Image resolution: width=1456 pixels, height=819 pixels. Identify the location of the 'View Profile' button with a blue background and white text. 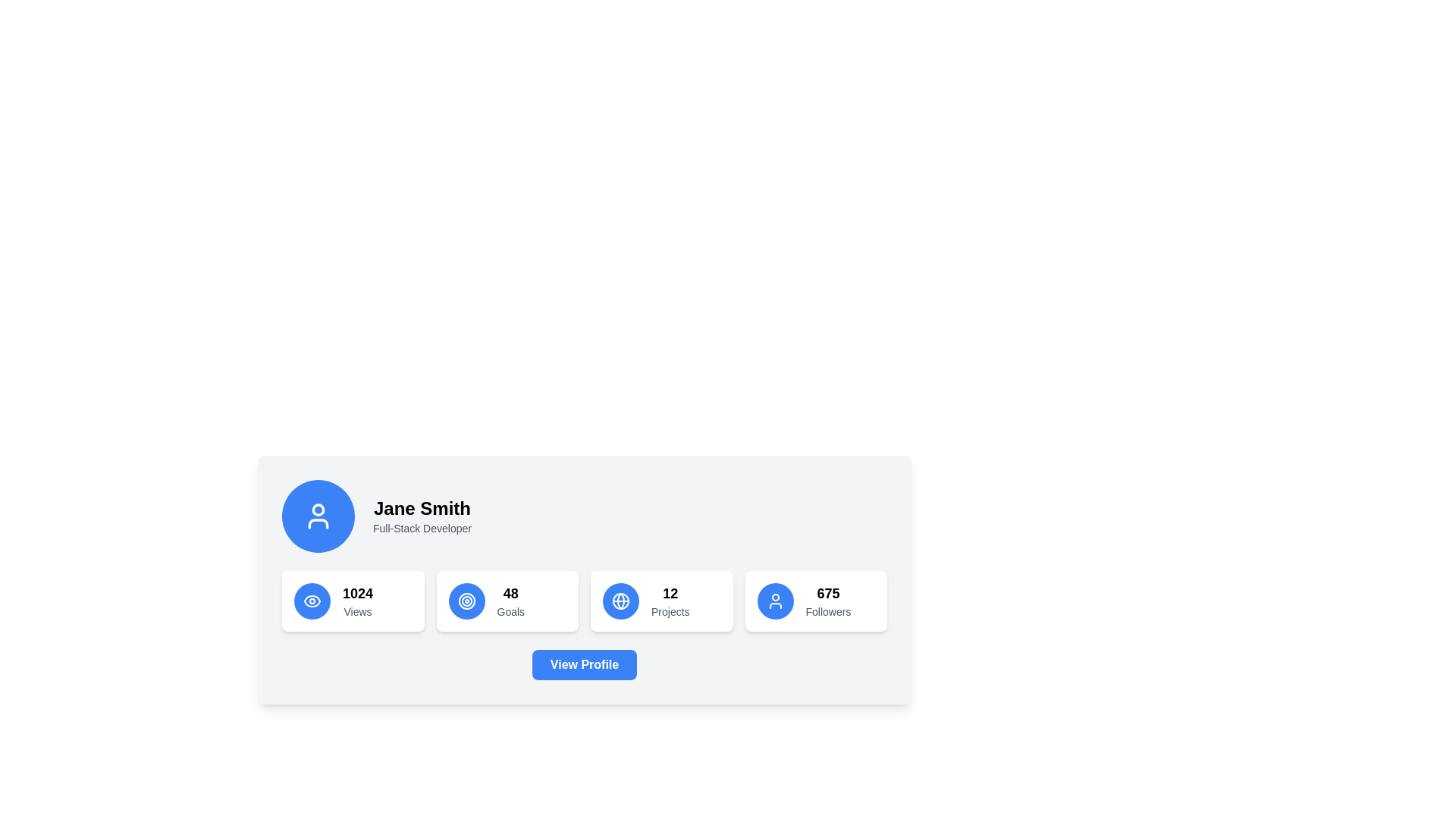
(584, 664).